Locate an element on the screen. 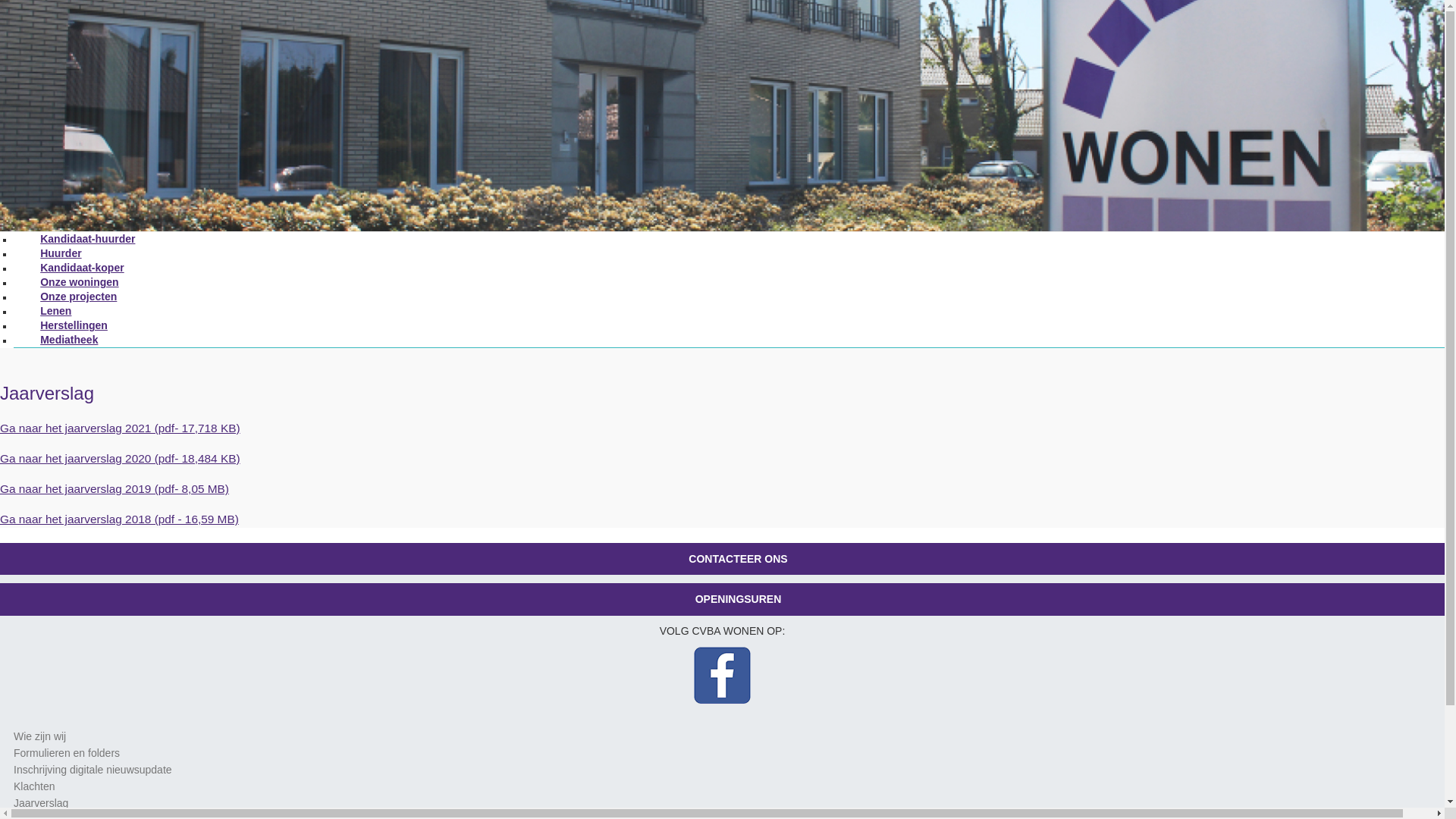 The image size is (1456, 819). 'Onze woningen' is located at coordinates (79, 283).